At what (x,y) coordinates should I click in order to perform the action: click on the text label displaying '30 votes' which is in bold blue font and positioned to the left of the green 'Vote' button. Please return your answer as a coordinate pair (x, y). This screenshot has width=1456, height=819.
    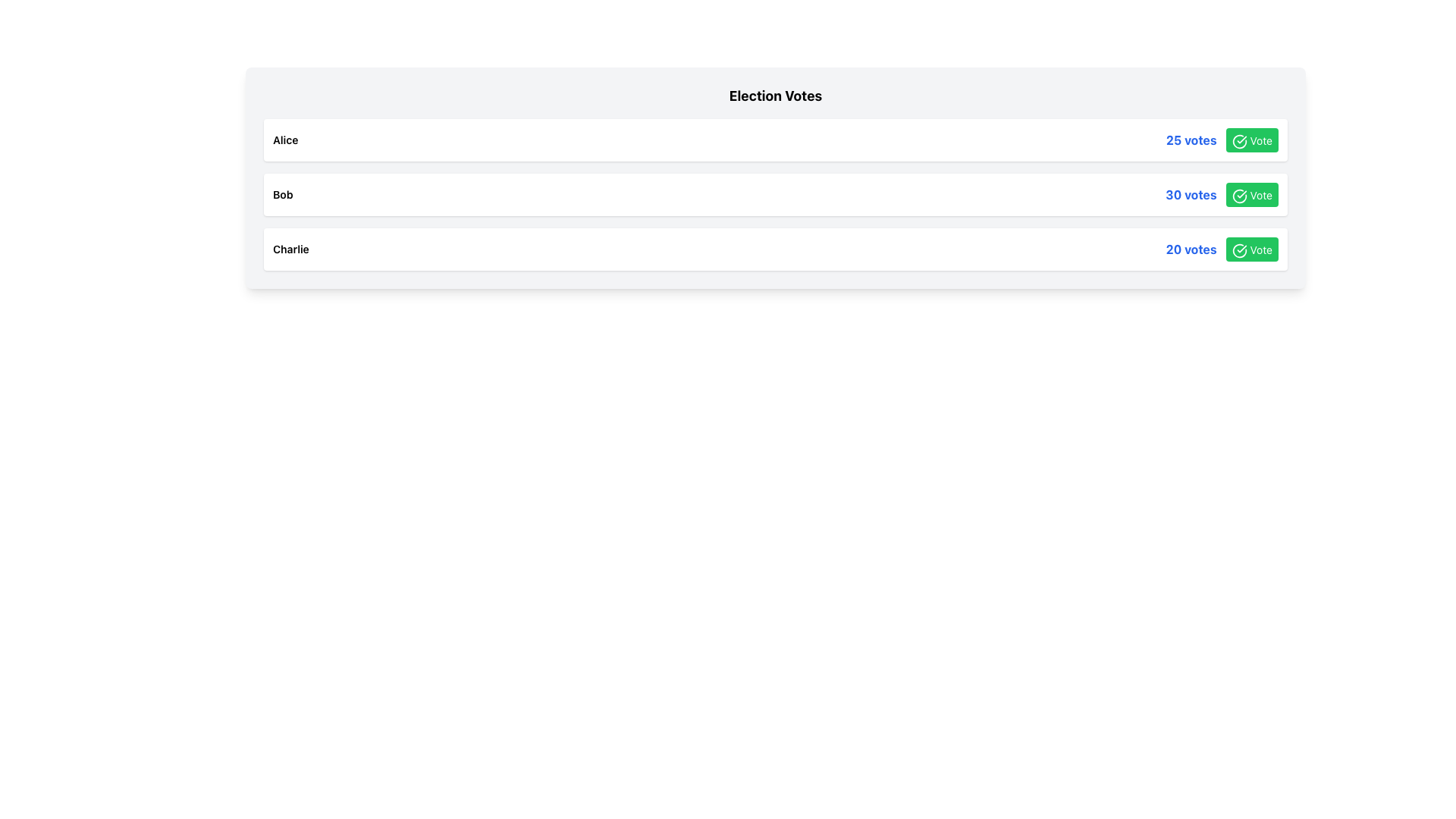
    Looking at the image, I should click on (1190, 194).